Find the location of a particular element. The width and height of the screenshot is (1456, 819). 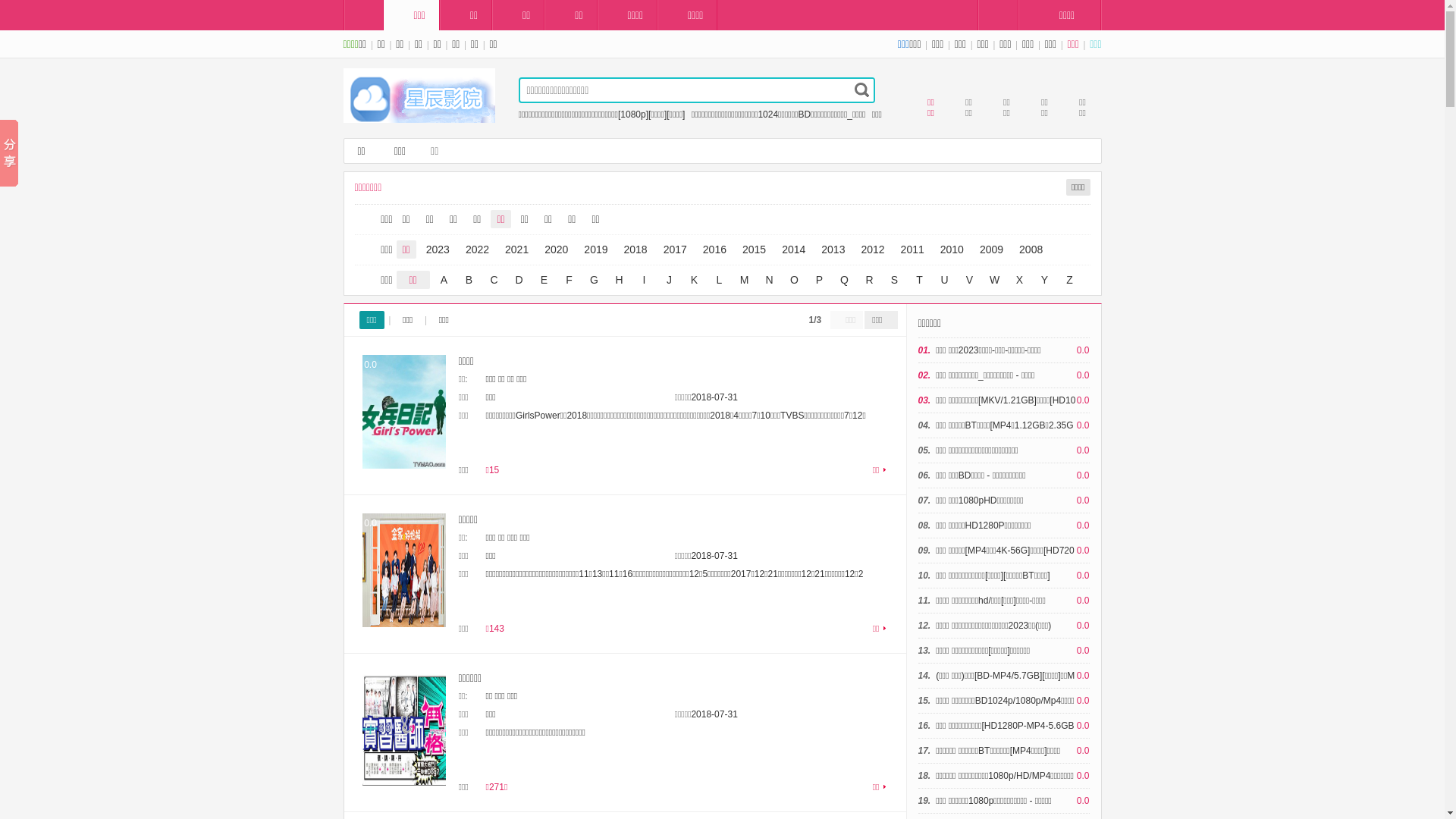

'S' is located at coordinates (895, 280).